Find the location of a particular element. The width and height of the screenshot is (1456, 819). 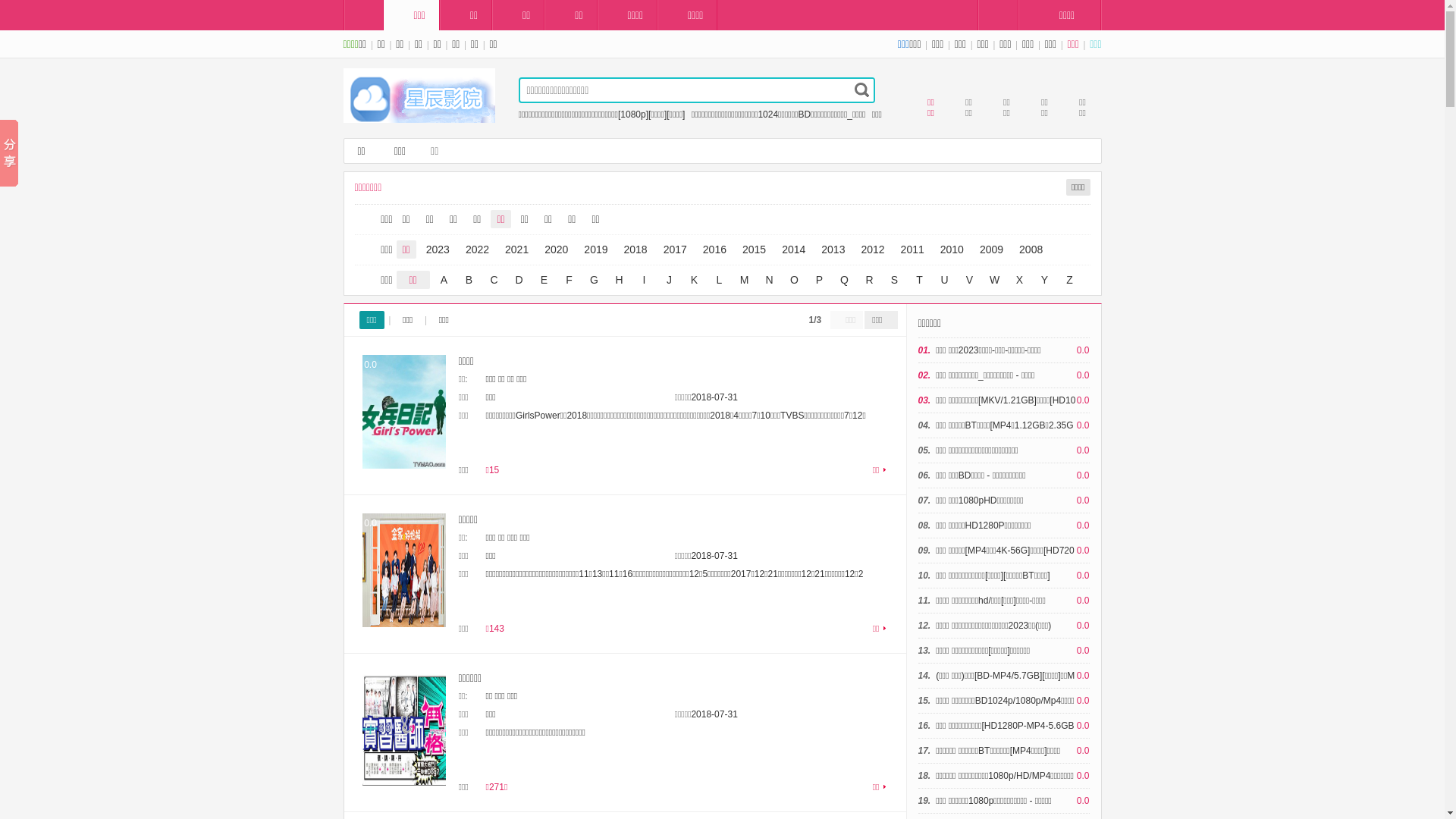

'S' is located at coordinates (895, 280).